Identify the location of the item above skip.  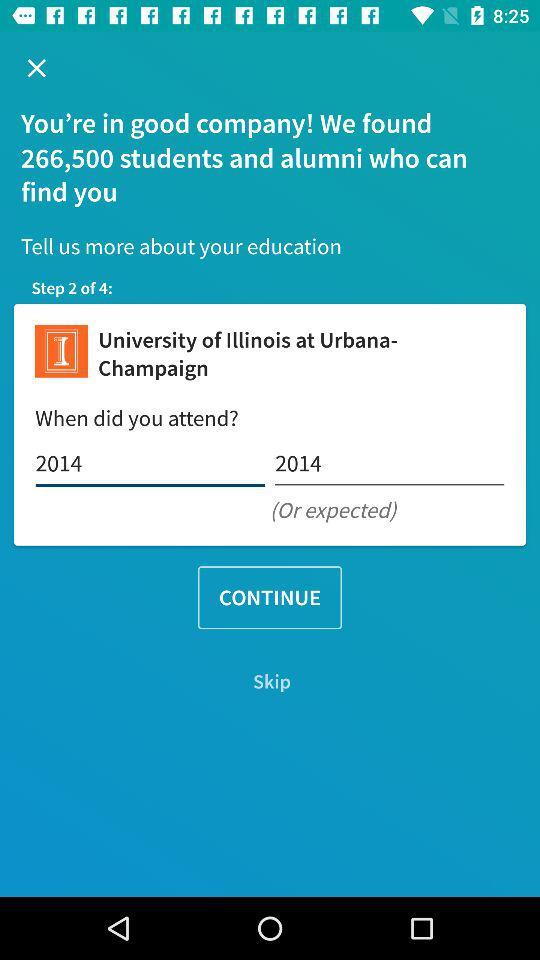
(270, 597).